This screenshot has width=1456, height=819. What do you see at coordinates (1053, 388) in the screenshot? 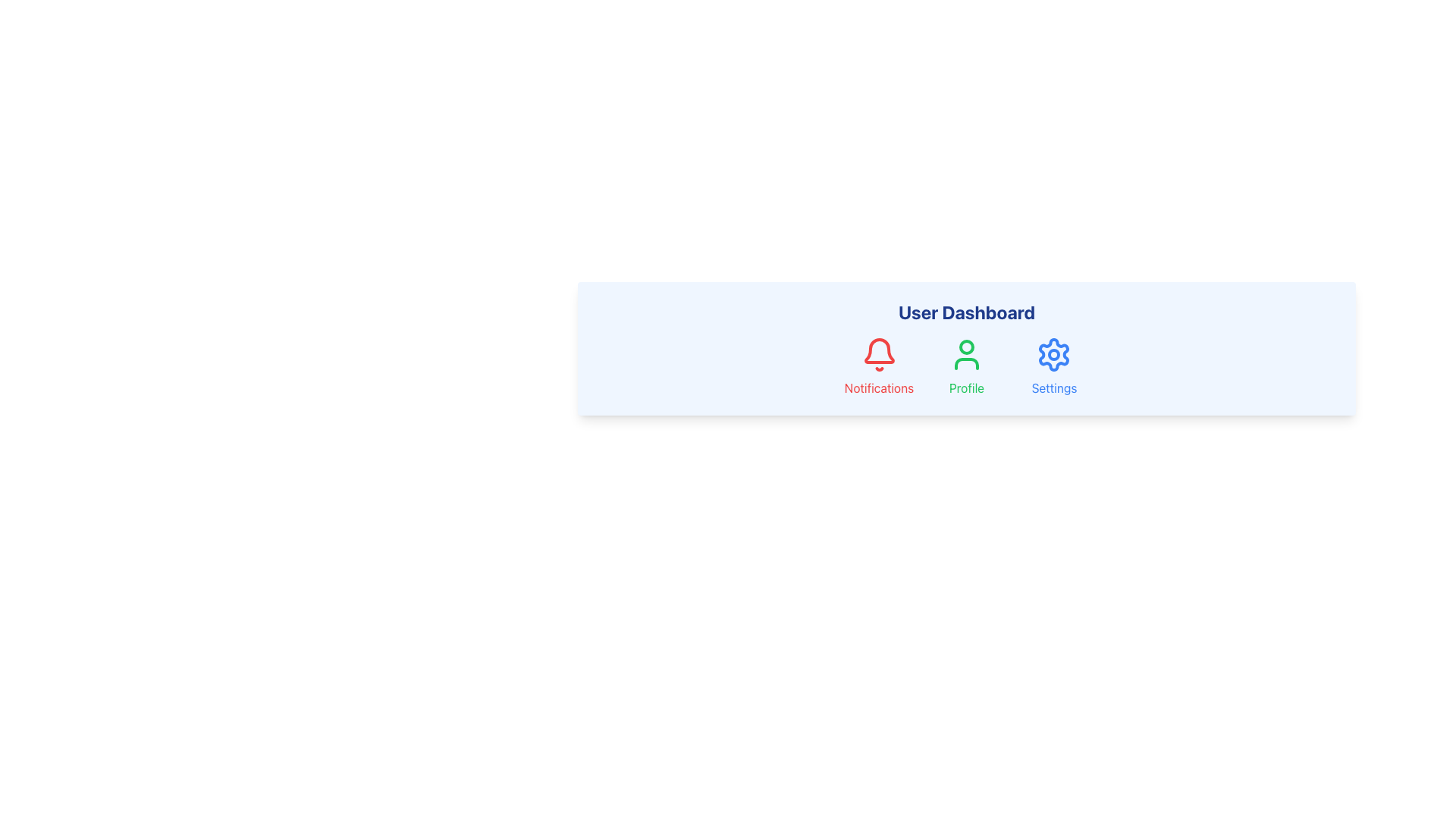
I see `the text element displaying 'Settings' in blue` at bounding box center [1053, 388].